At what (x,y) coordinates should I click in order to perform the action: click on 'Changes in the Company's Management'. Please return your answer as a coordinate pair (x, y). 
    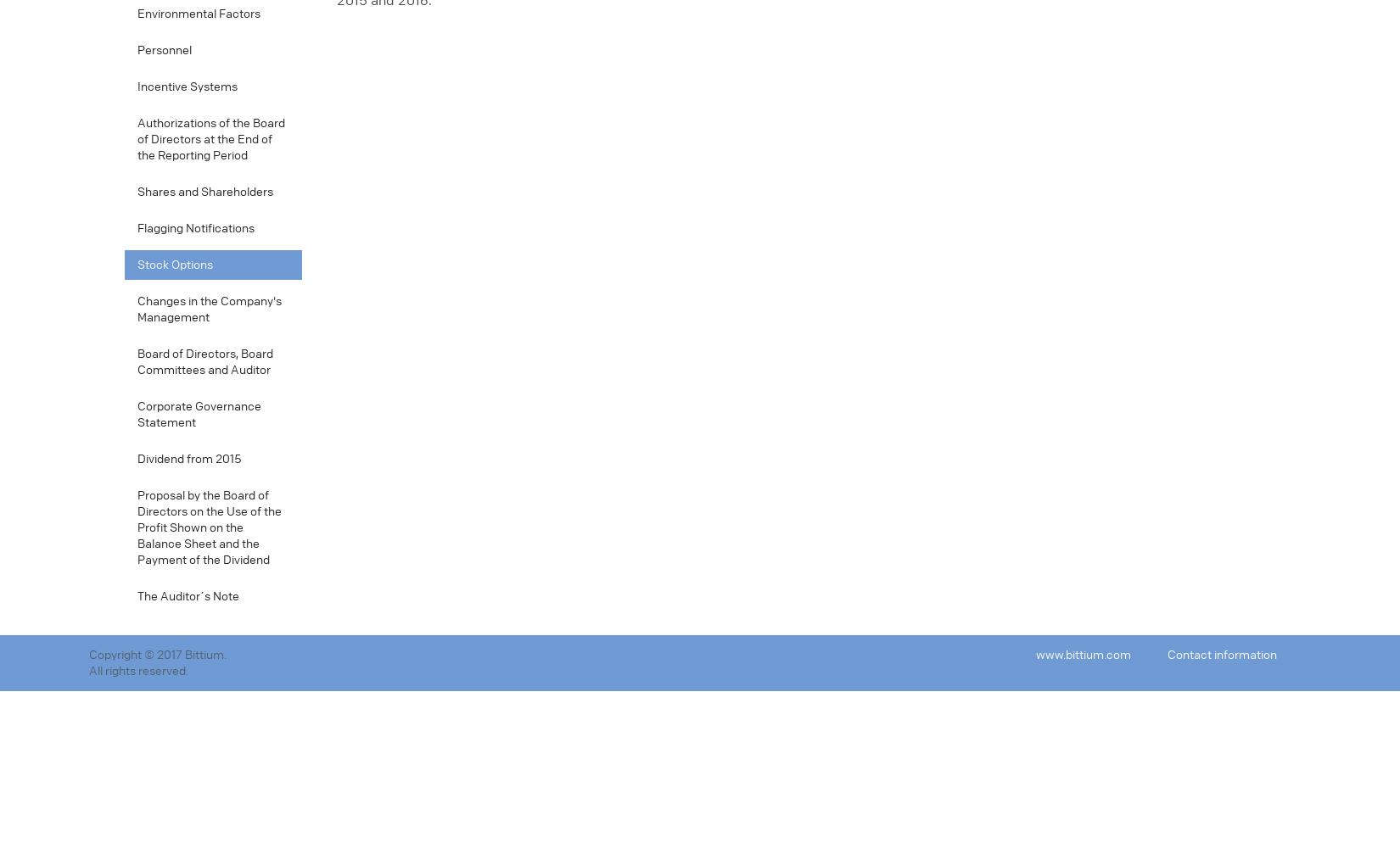
    Looking at the image, I should click on (209, 309).